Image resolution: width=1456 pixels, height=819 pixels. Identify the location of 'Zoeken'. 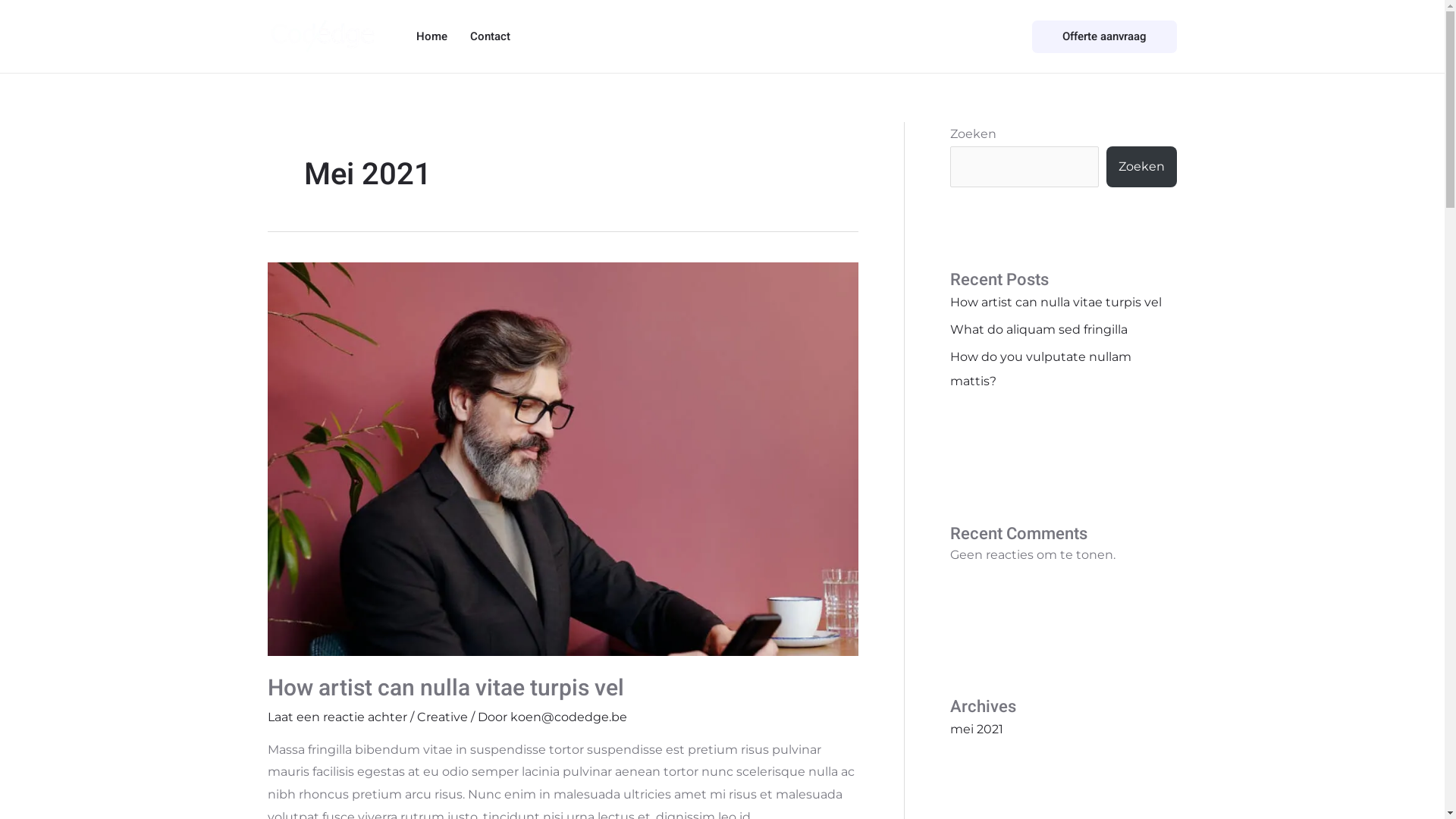
(1106, 166).